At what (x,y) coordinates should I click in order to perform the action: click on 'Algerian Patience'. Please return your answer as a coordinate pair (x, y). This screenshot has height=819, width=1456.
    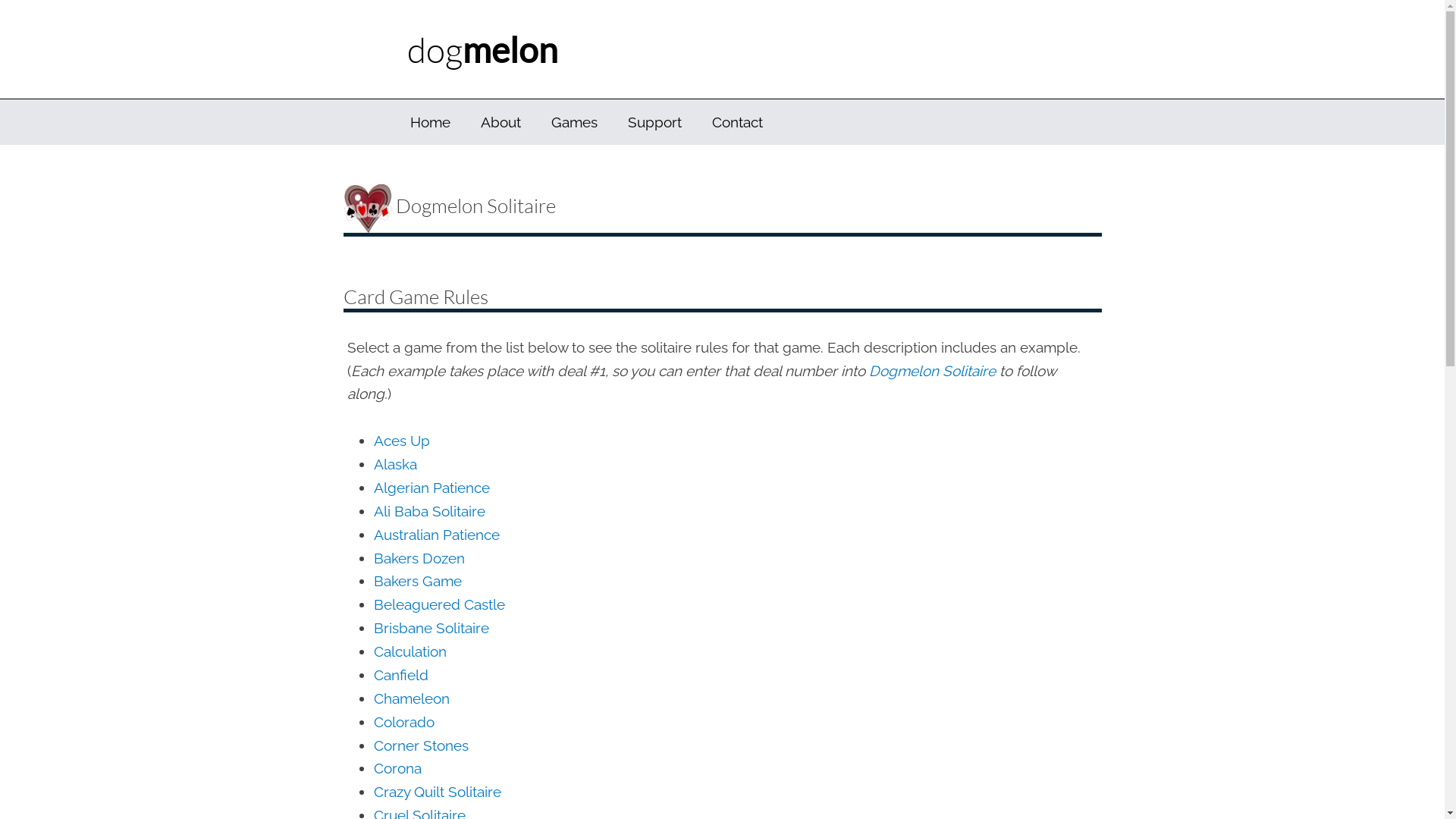
    Looking at the image, I should click on (372, 488).